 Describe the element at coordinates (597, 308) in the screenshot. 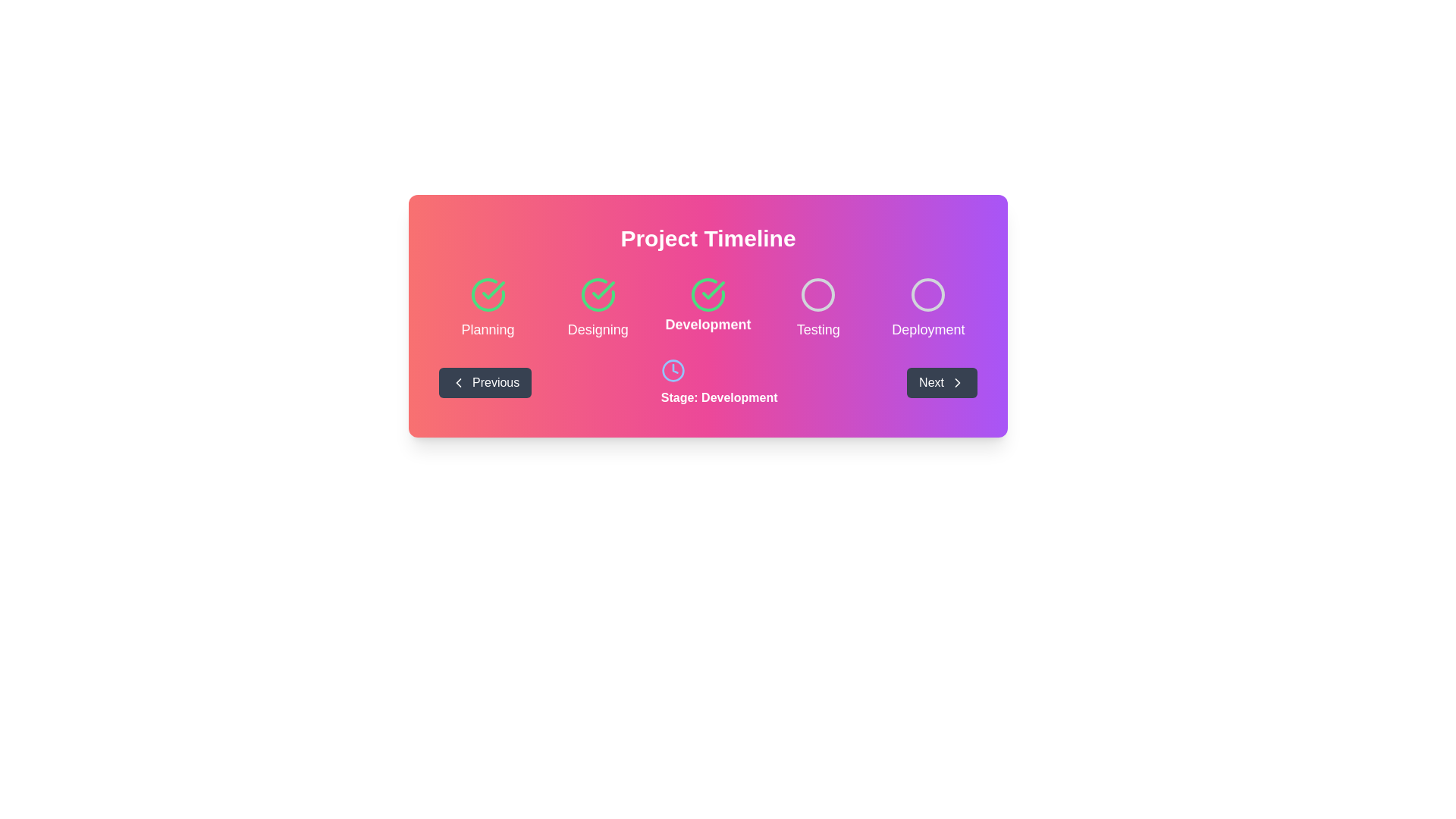

I see `the Status indicator labeled 'Designing' in the Project Timeline progress tracker, which shows a green checkmark indicating completion` at that location.